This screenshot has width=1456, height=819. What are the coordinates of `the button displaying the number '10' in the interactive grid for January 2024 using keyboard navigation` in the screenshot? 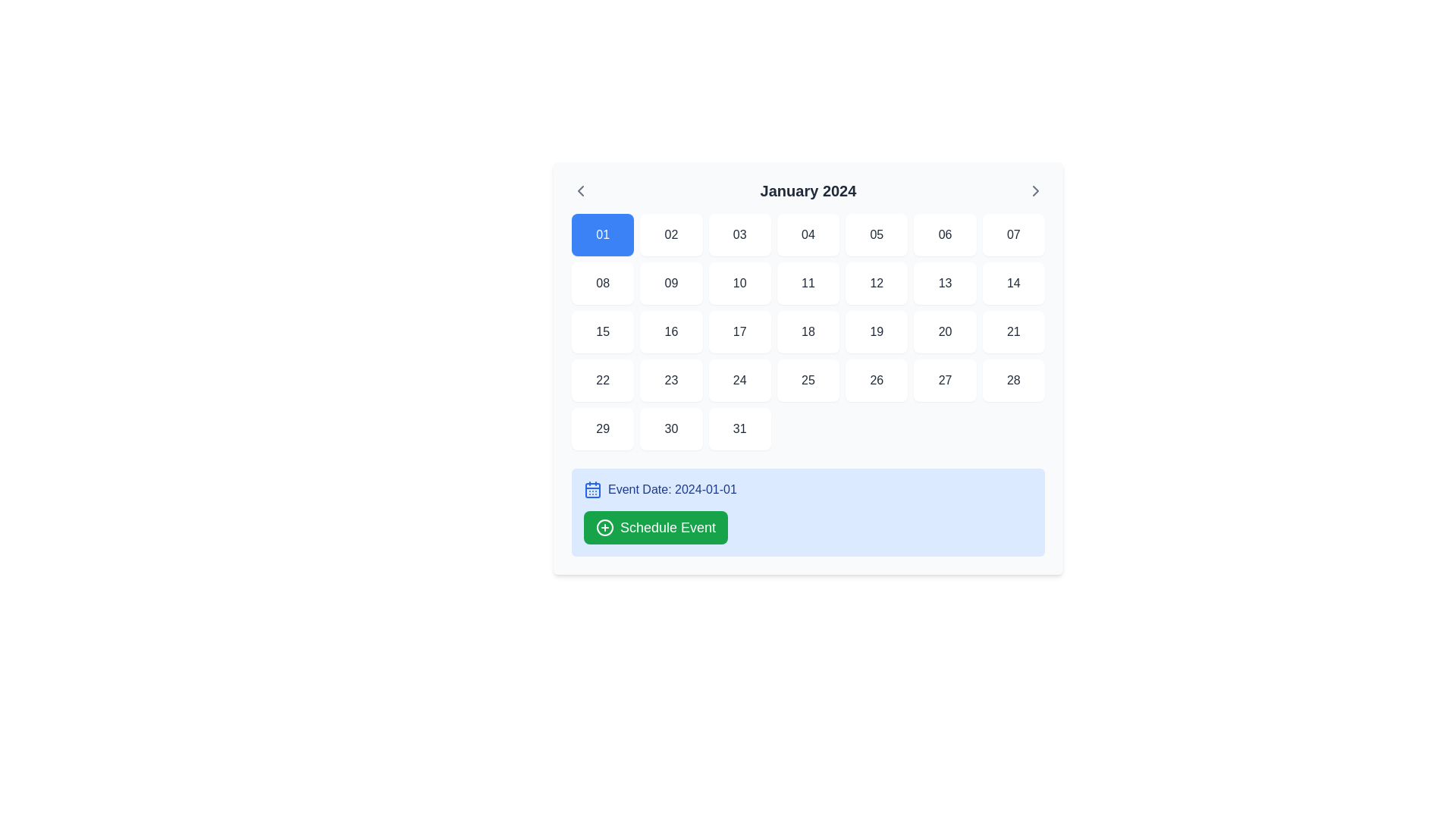 It's located at (739, 284).